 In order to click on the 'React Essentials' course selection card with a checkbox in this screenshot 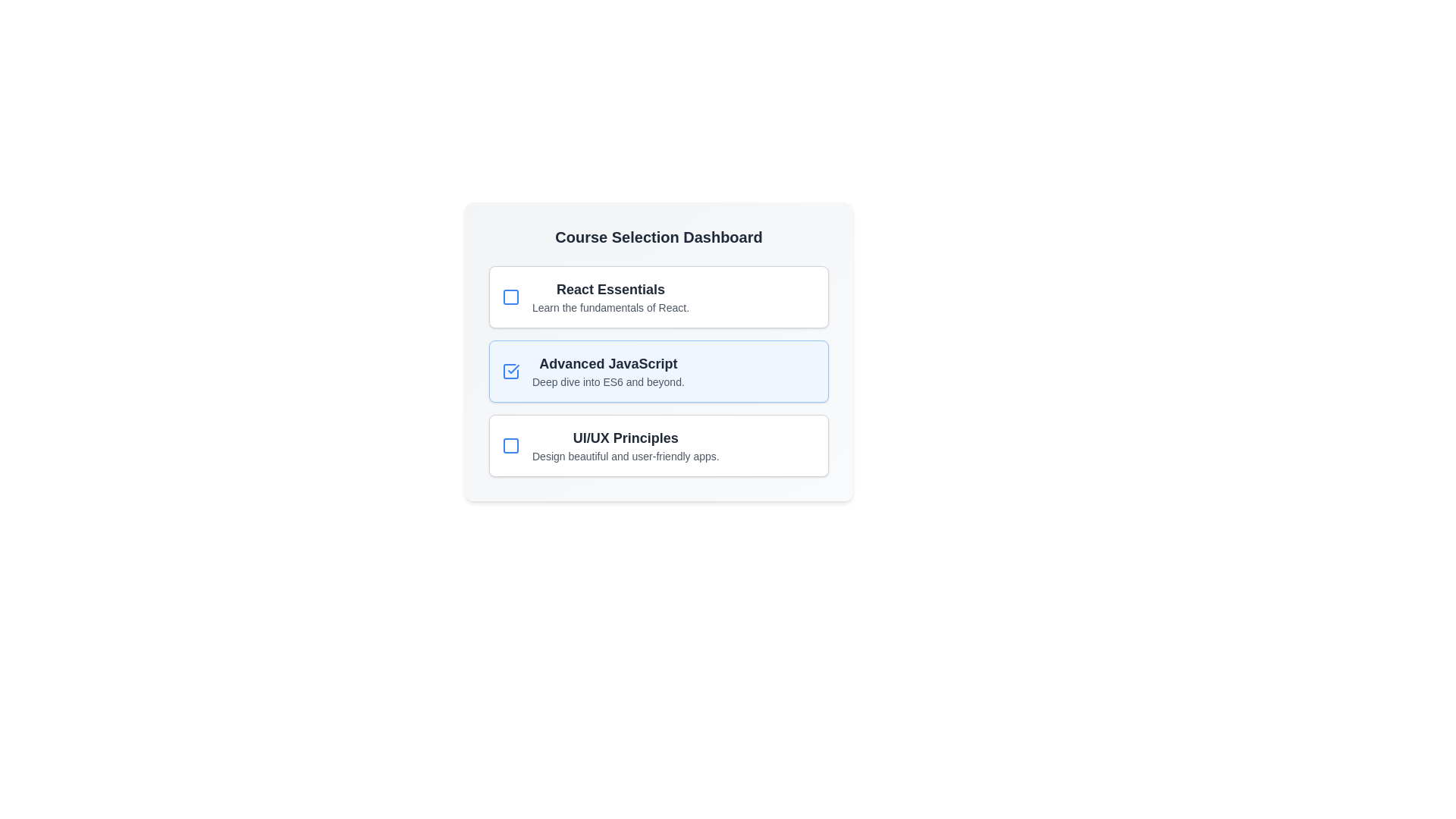, I will do `click(658, 297)`.